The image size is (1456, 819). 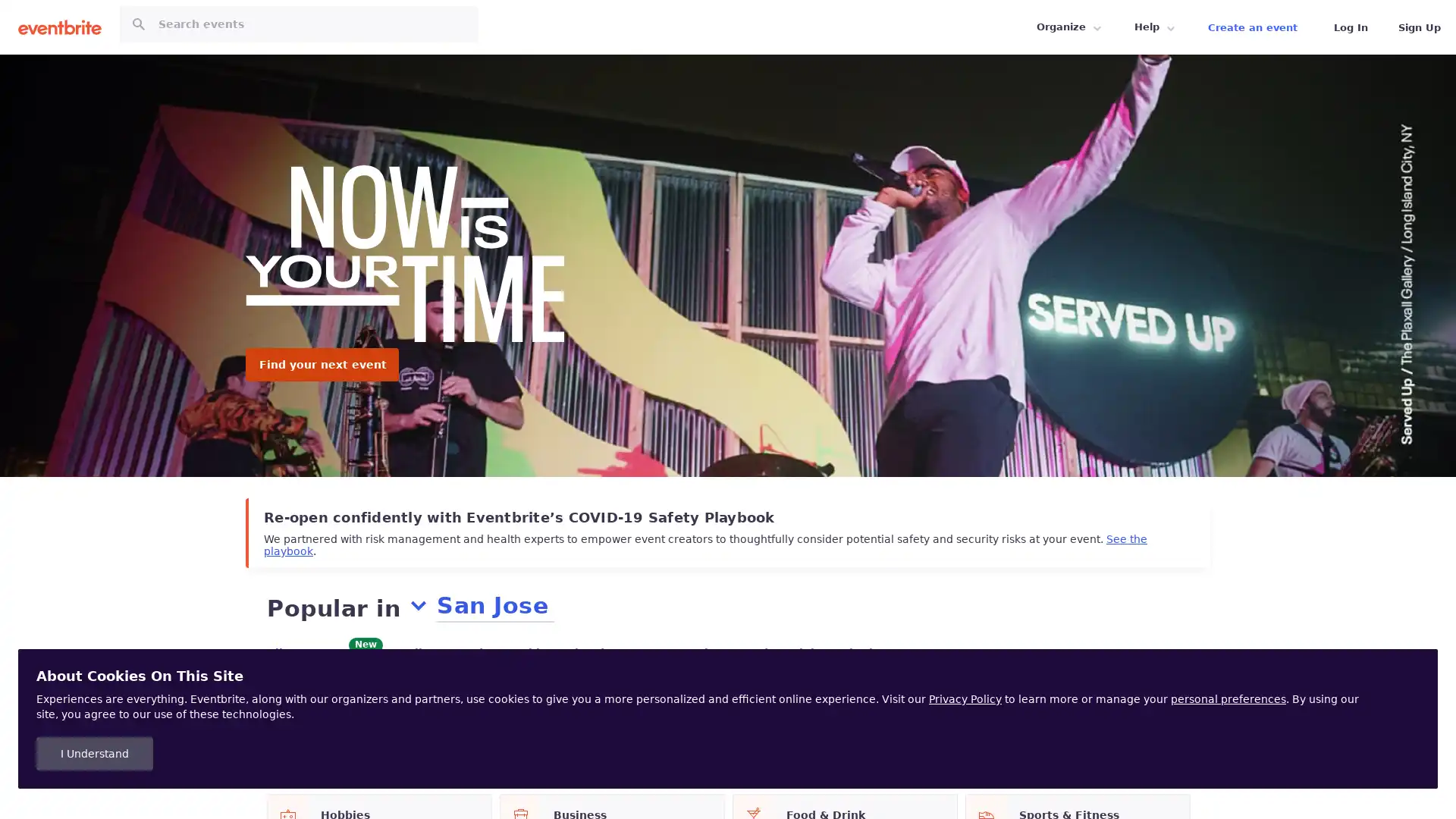 What do you see at coordinates (312, 24) in the screenshot?
I see `Search for events` at bounding box center [312, 24].